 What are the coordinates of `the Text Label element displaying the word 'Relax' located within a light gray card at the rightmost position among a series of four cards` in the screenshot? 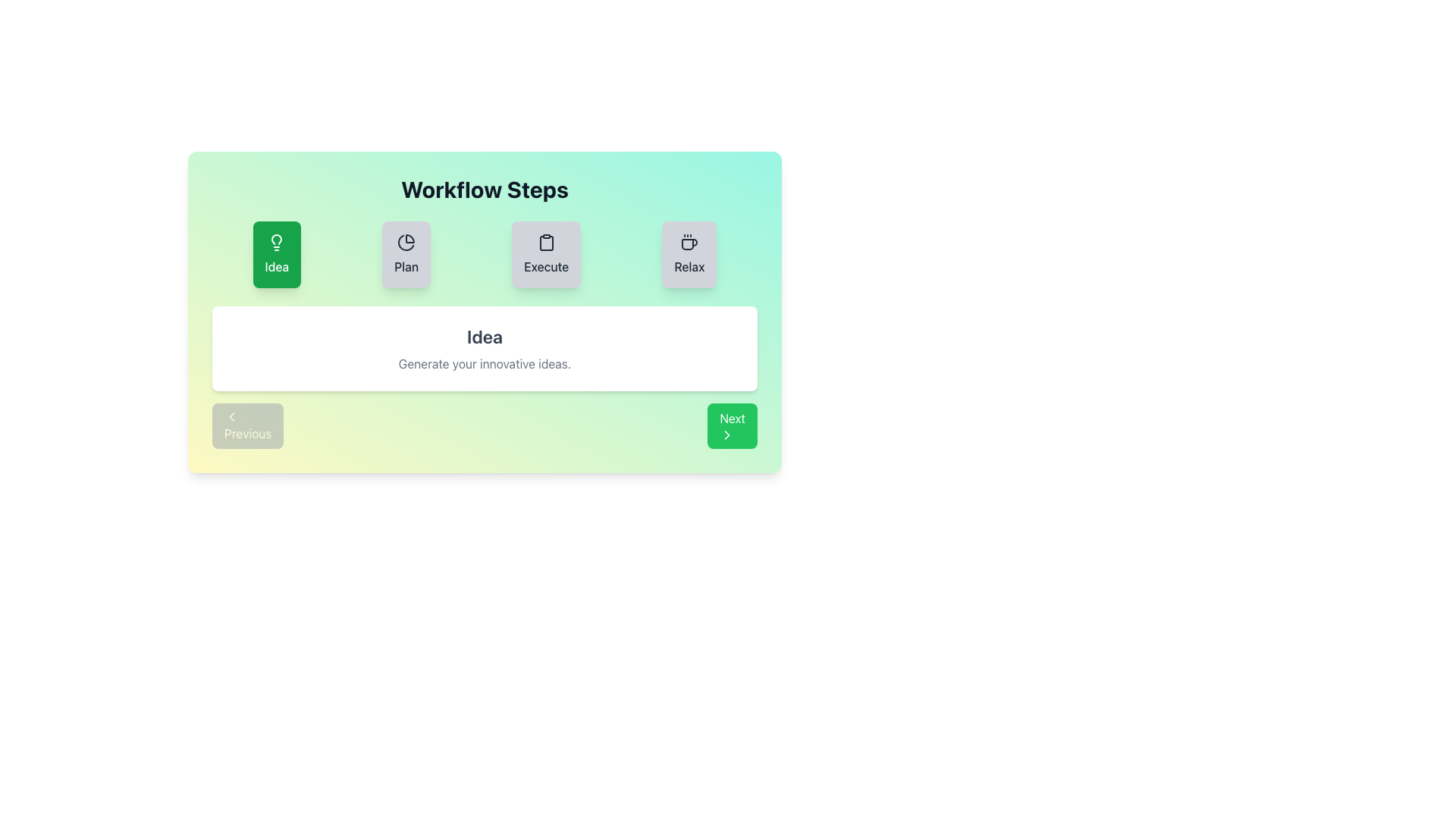 It's located at (689, 265).